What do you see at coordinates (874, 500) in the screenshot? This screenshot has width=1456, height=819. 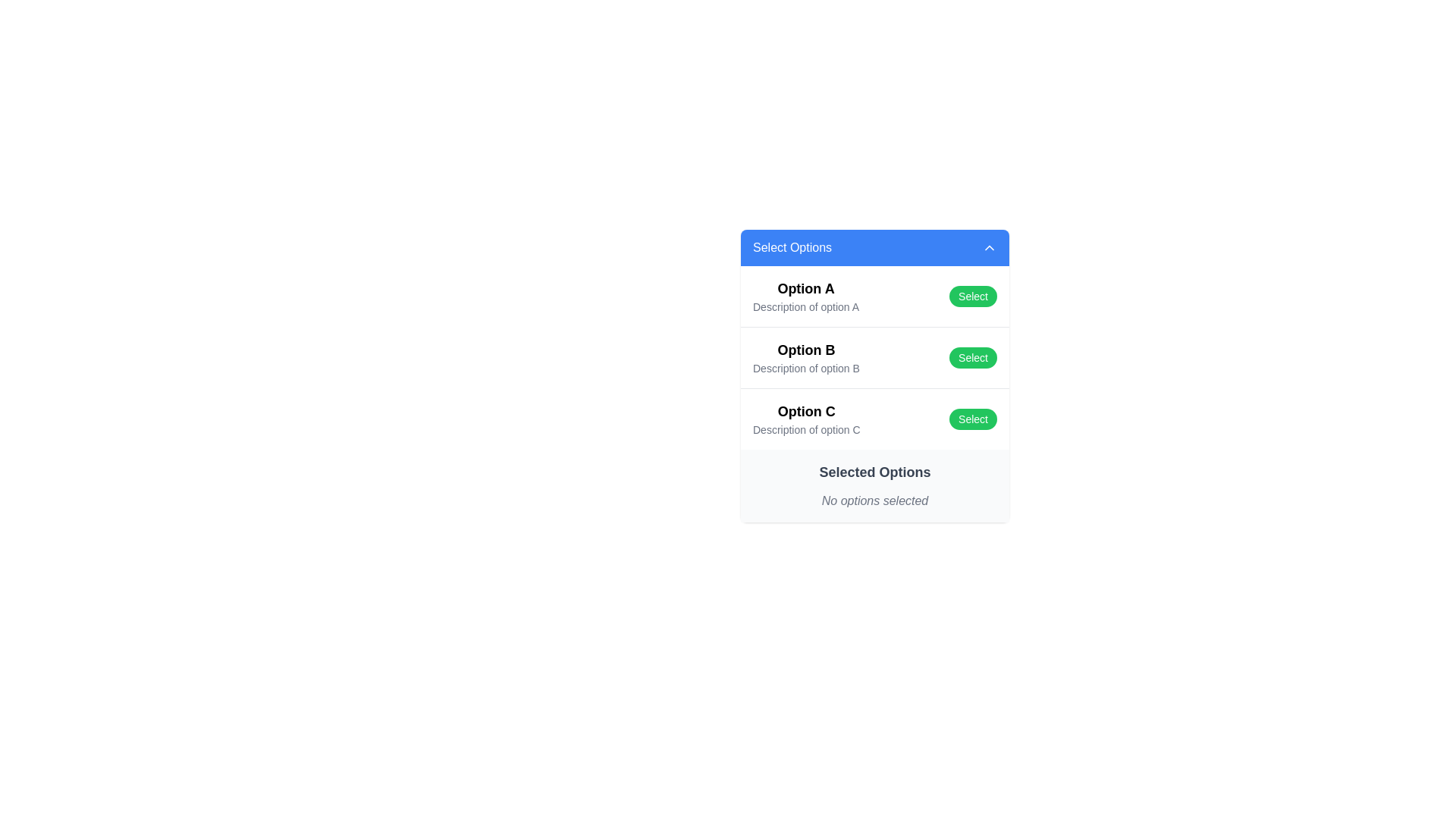 I see `the text label displaying 'No options selected' in a subdued gray color, located below the 'Selected Options' header in the lower part of a segmented panel` at bounding box center [874, 500].